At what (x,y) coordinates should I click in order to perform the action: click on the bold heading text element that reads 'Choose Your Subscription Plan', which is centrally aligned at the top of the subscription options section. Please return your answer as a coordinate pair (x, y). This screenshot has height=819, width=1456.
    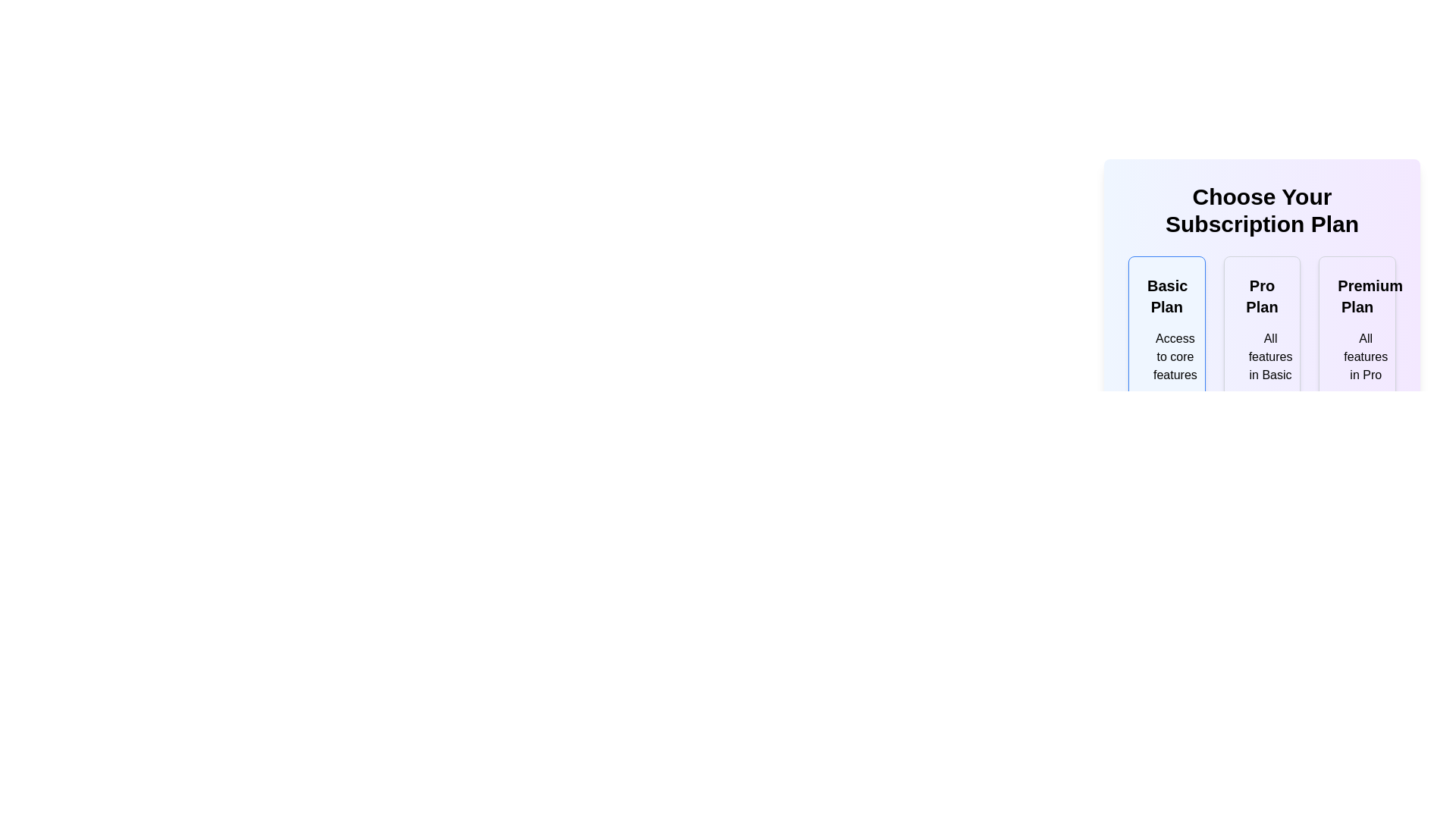
    Looking at the image, I should click on (1262, 210).